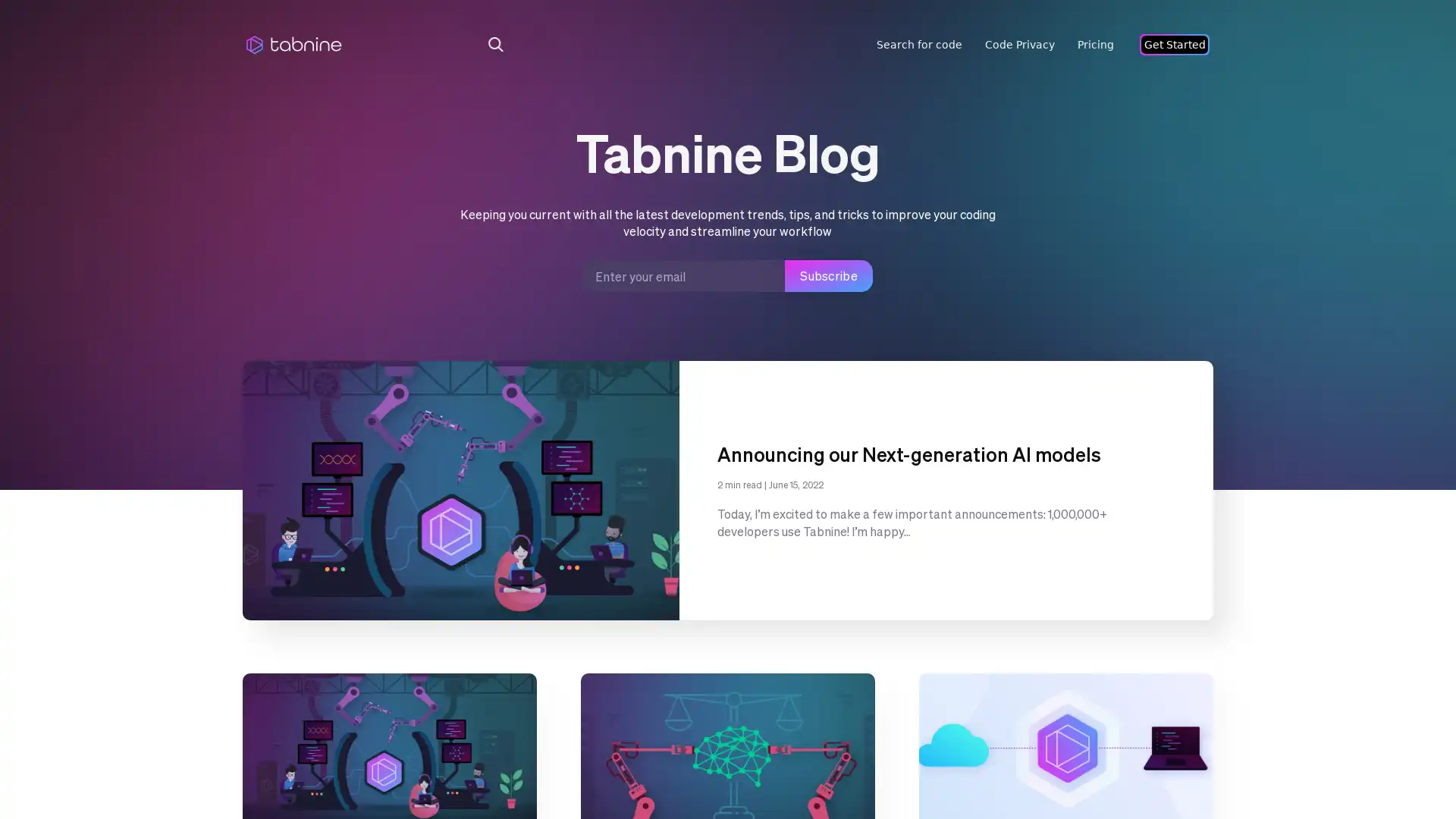  Describe the element at coordinates (1410, 778) in the screenshot. I see `Open` at that location.